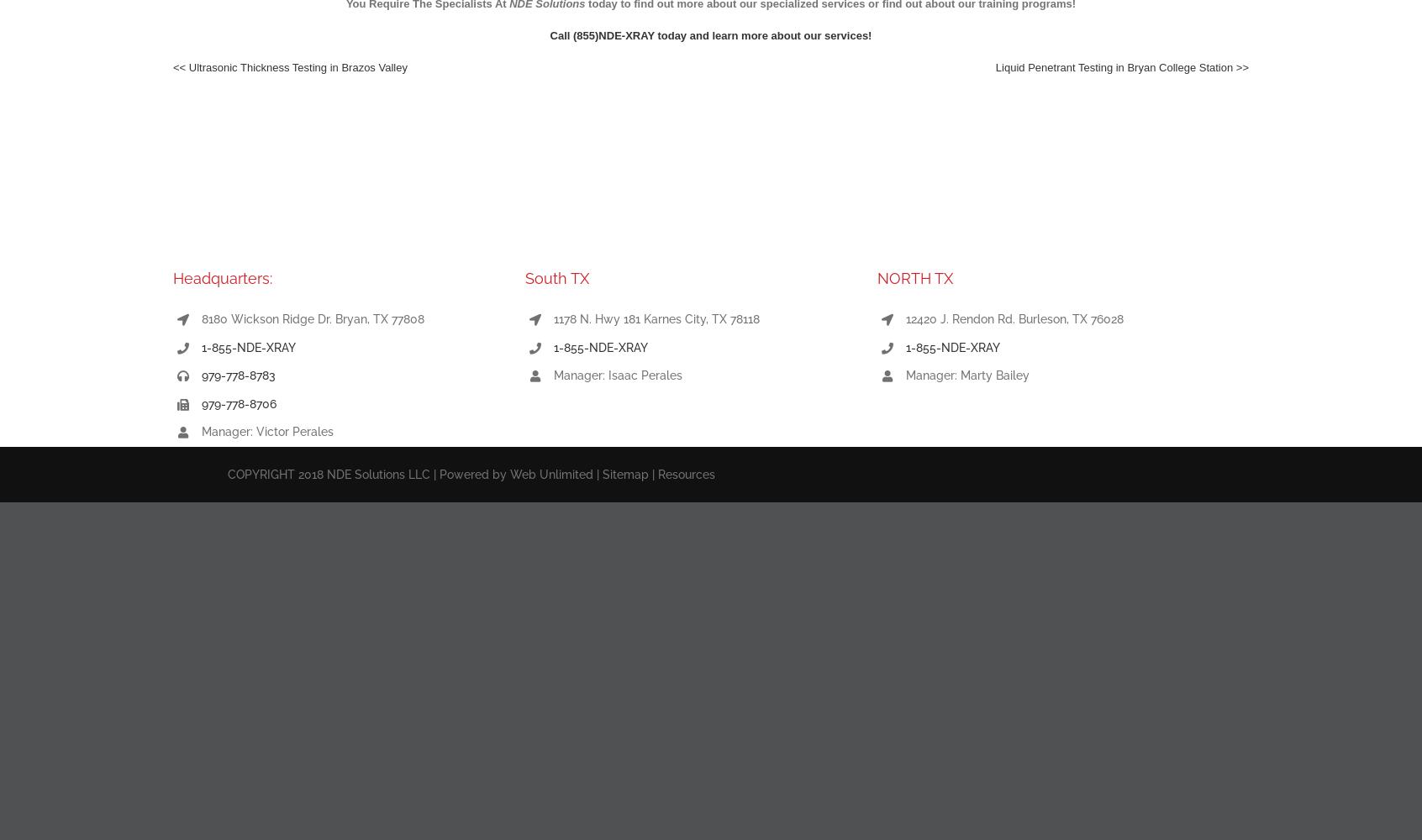 This screenshot has width=1422, height=840. What do you see at coordinates (171, 66) in the screenshot?
I see `'<< Ultrasonic Thickness Testing in Brazos Valley'` at bounding box center [171, 66].